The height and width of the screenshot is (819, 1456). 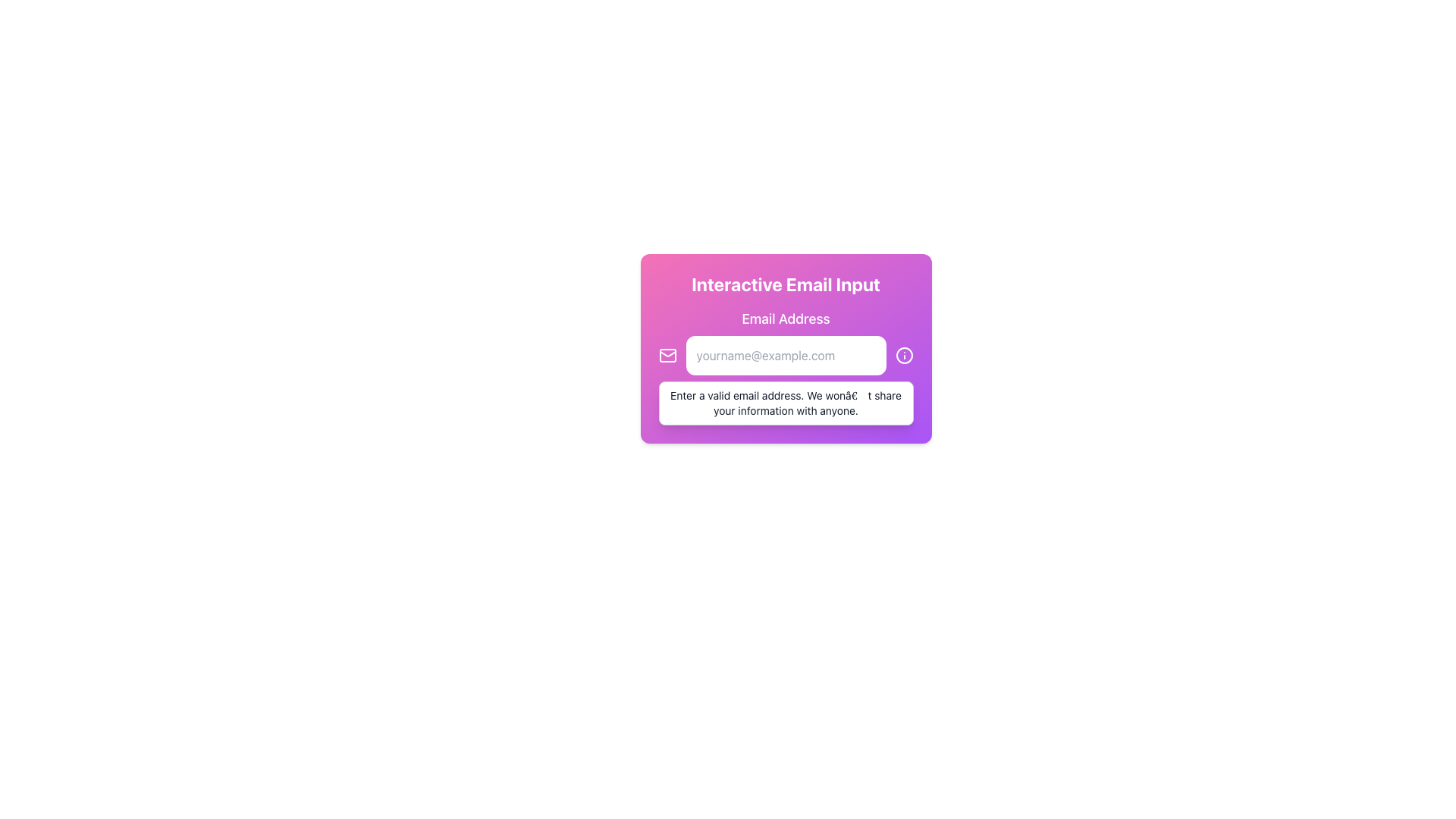 I want to click on the information button located to the immediate right of the email input field, so click(x=904, y=356).